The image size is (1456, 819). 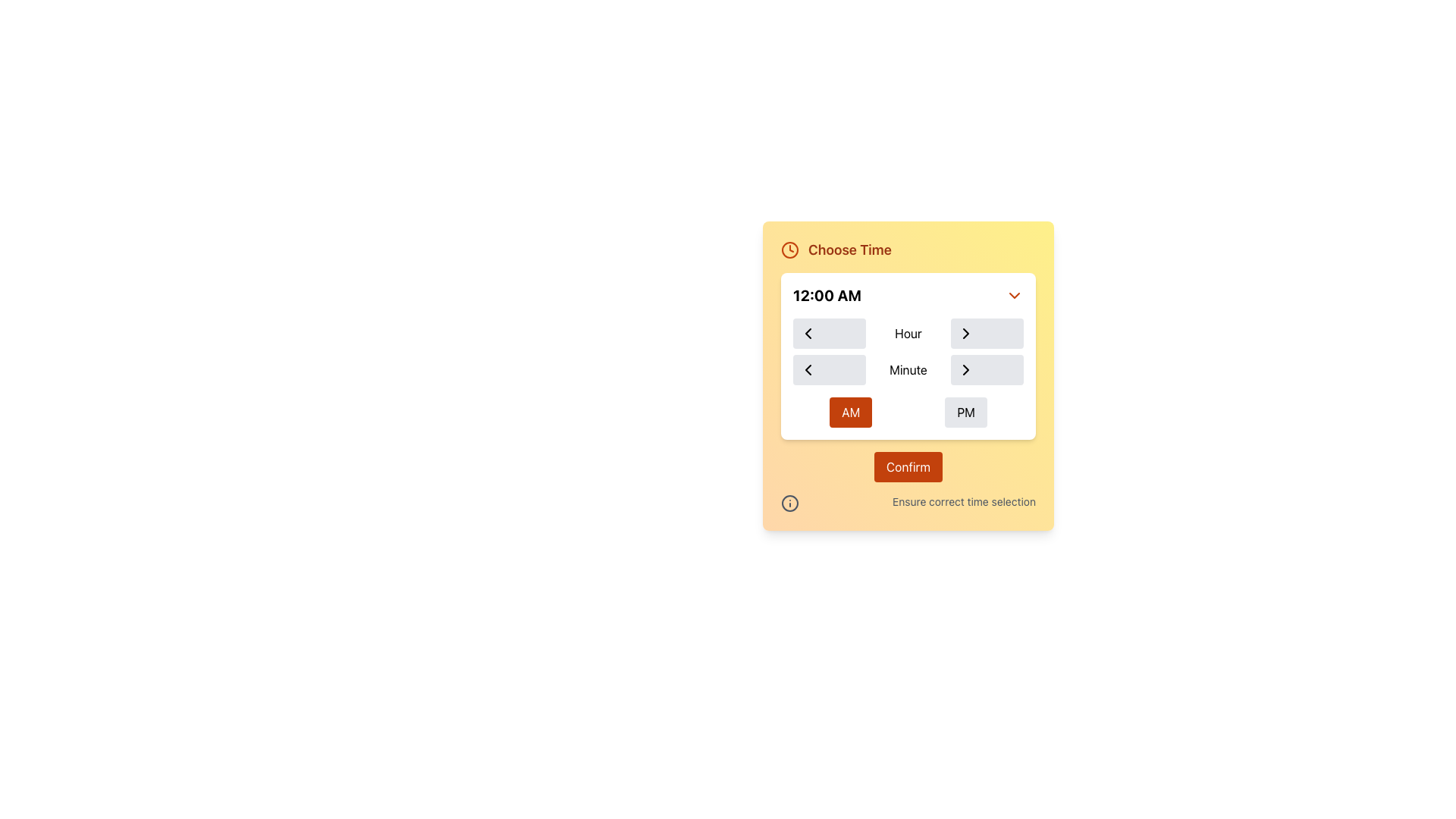 I want to click on the 'AM' button, which is a rectangular button with white text on an orange rounded background, located within the 'Choose Time' interface, so click(x=851, y=412).